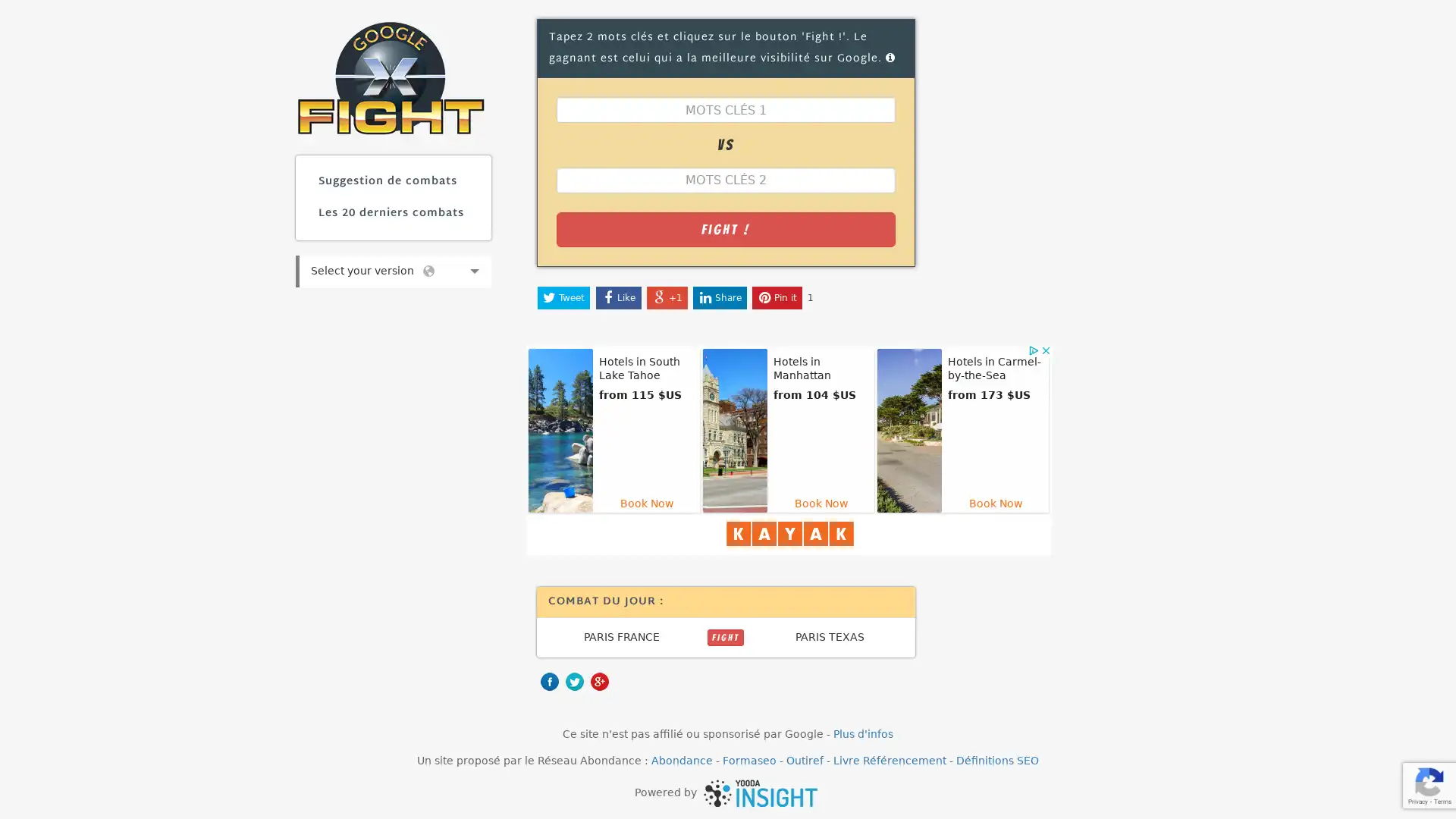 This screenshot has height=819, width=1456. I want to click on Fight !, so click(724, 228).